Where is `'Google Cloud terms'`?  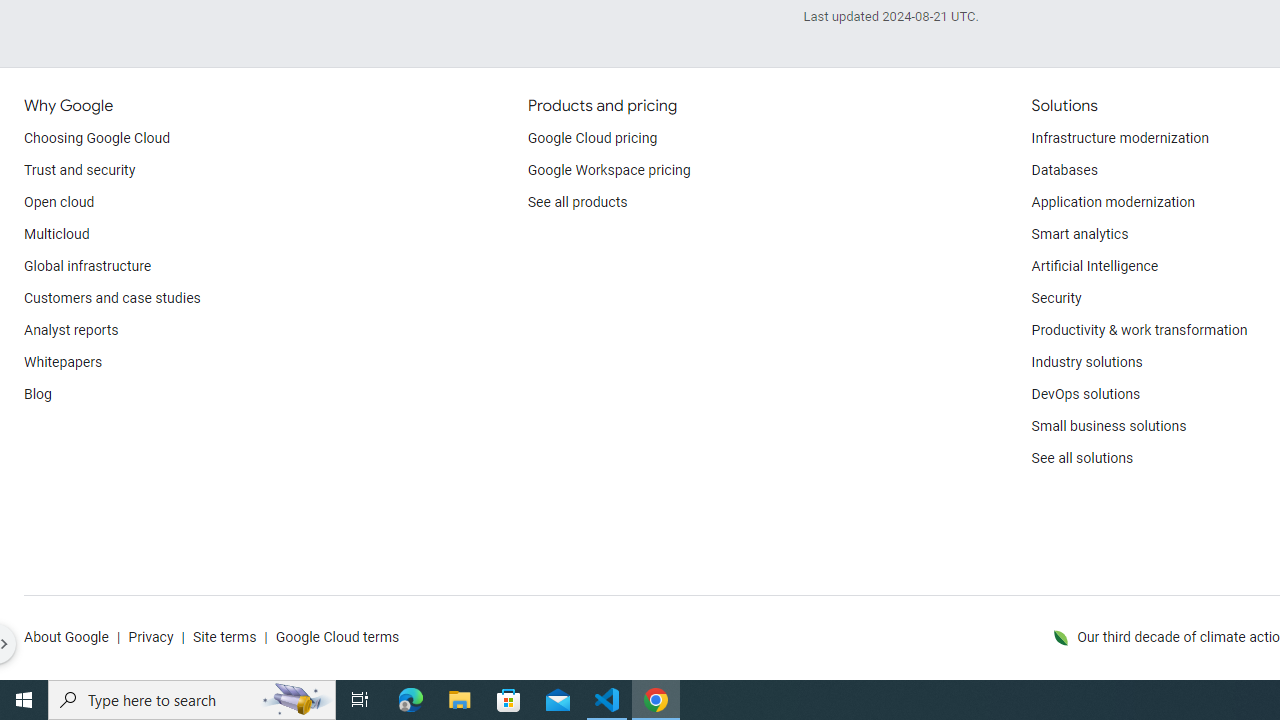 'Google Cloud terms' is located at coordinates (337, 637).